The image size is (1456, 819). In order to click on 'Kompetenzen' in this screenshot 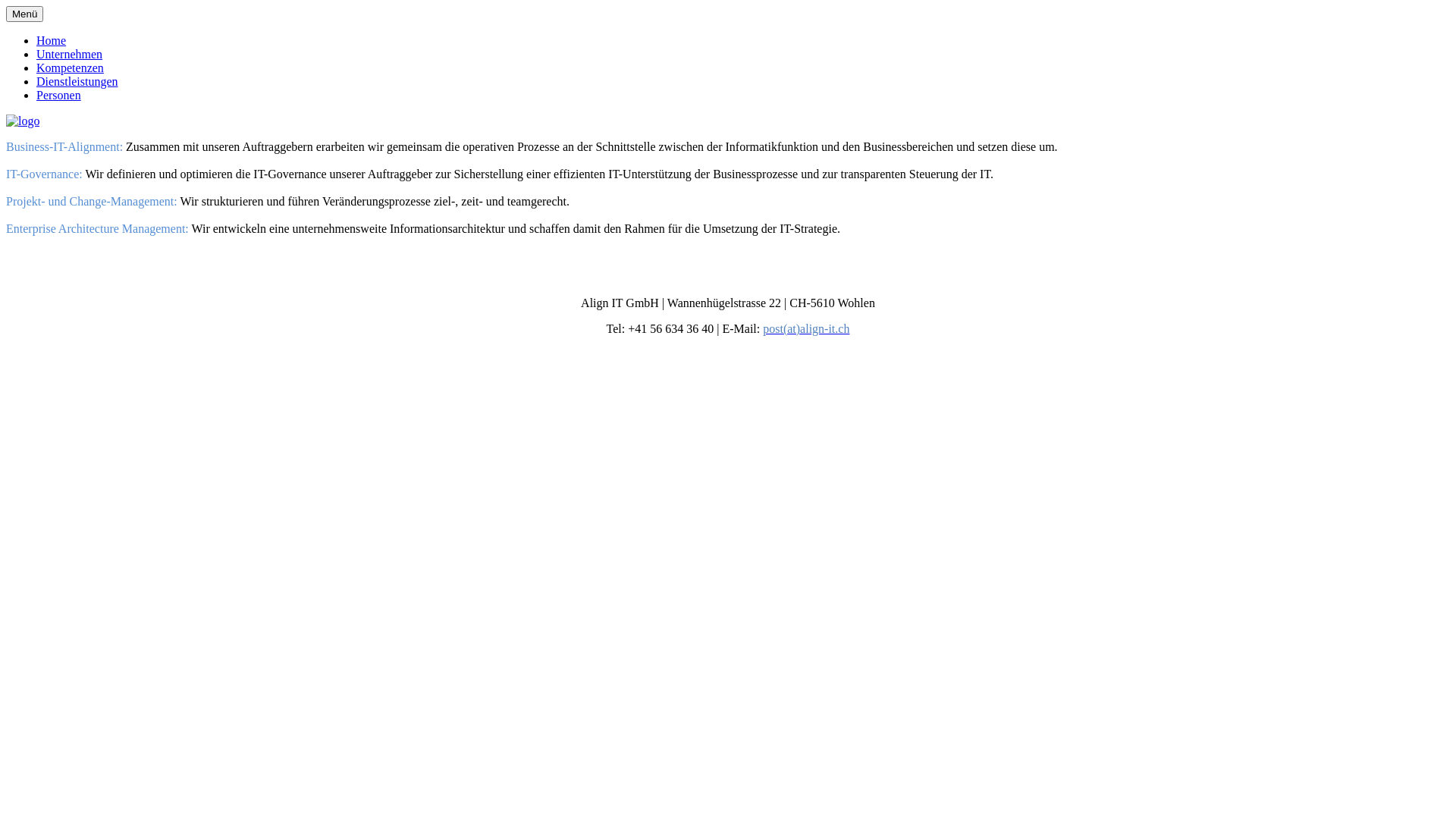, I will do `click(69, 67)`.